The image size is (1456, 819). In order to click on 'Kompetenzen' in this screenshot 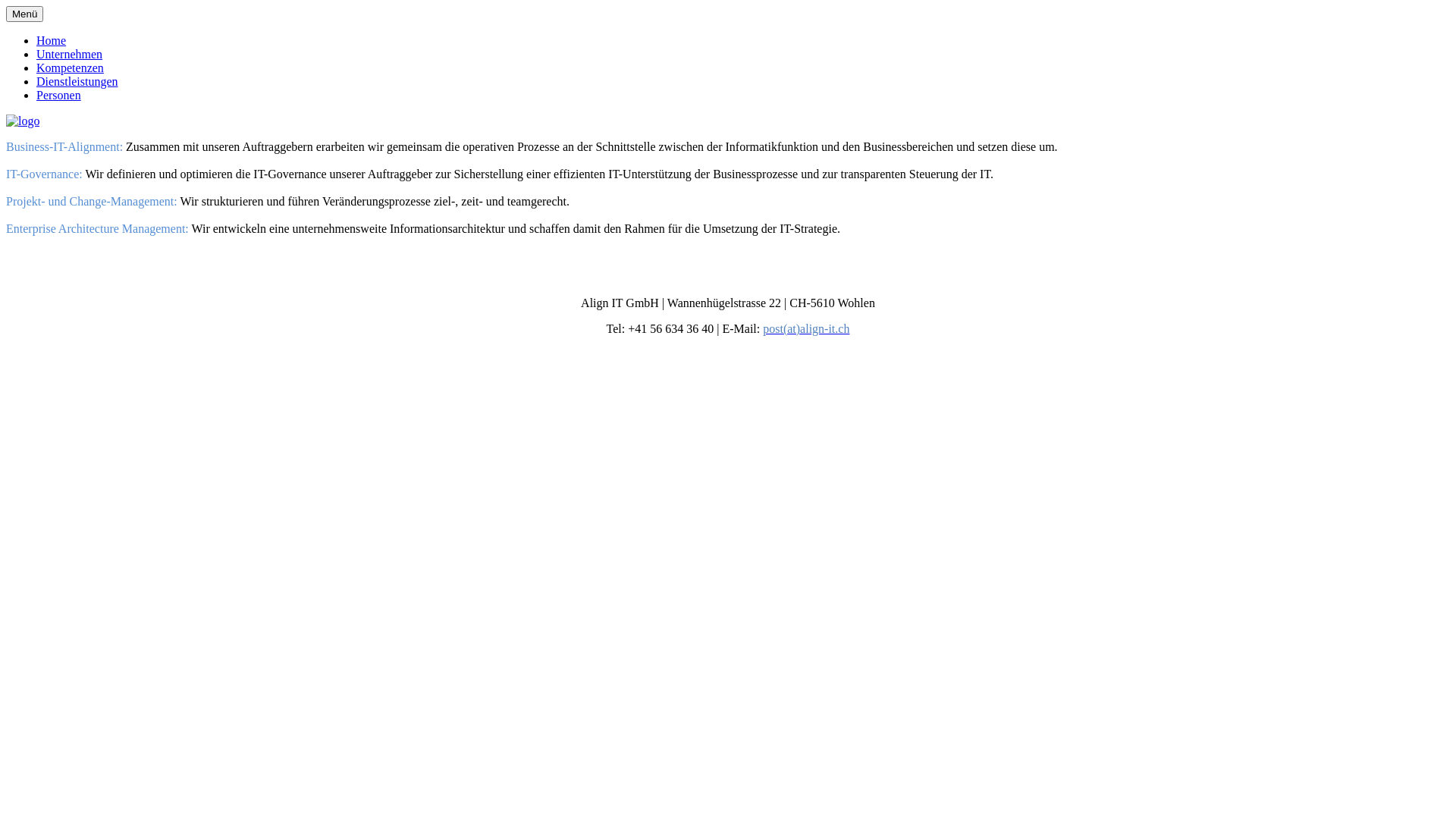, I will do `click(69, 67)`.